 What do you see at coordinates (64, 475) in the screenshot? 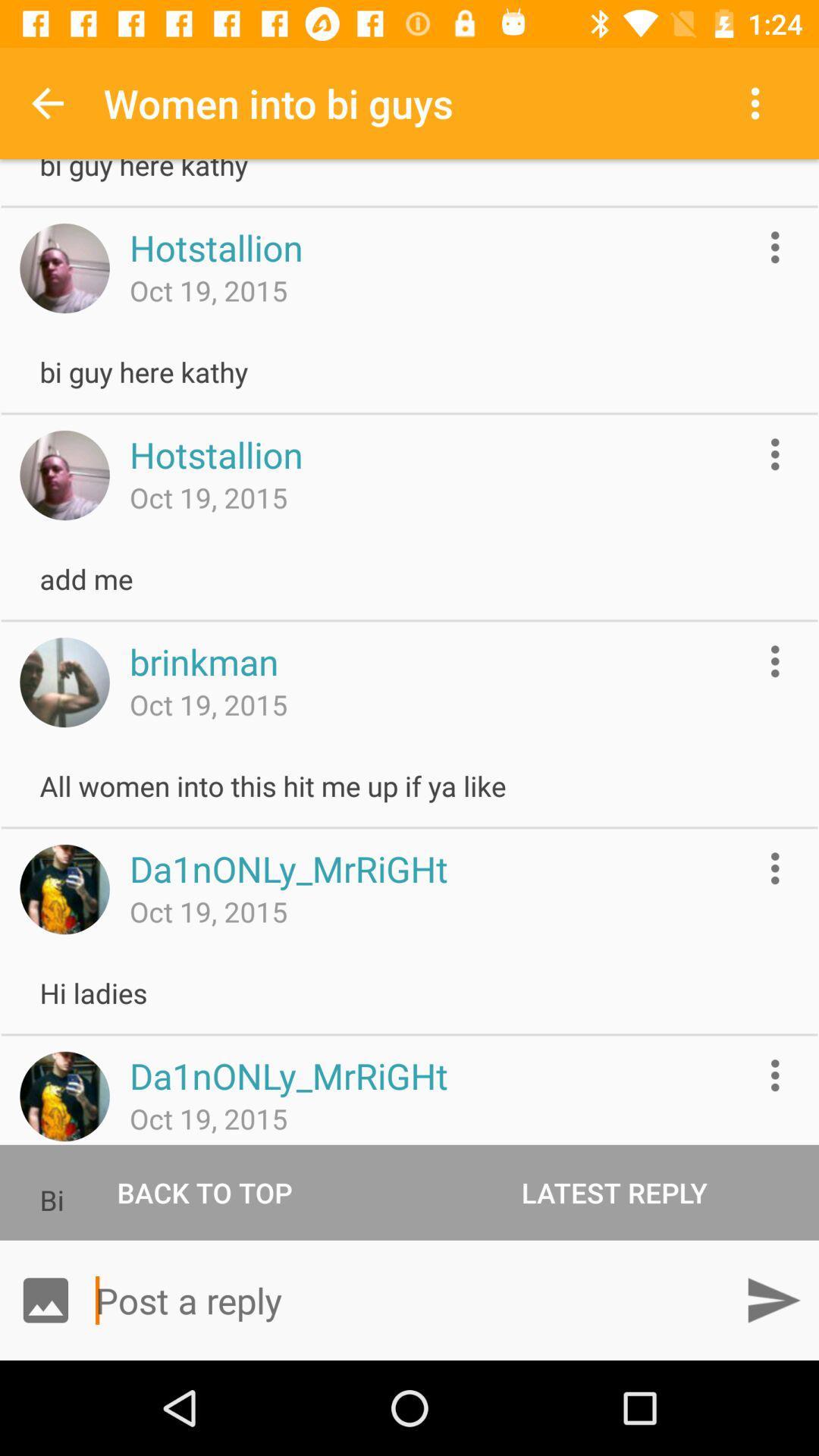
I see `access thumbnail` at bounding box center [64, 475].